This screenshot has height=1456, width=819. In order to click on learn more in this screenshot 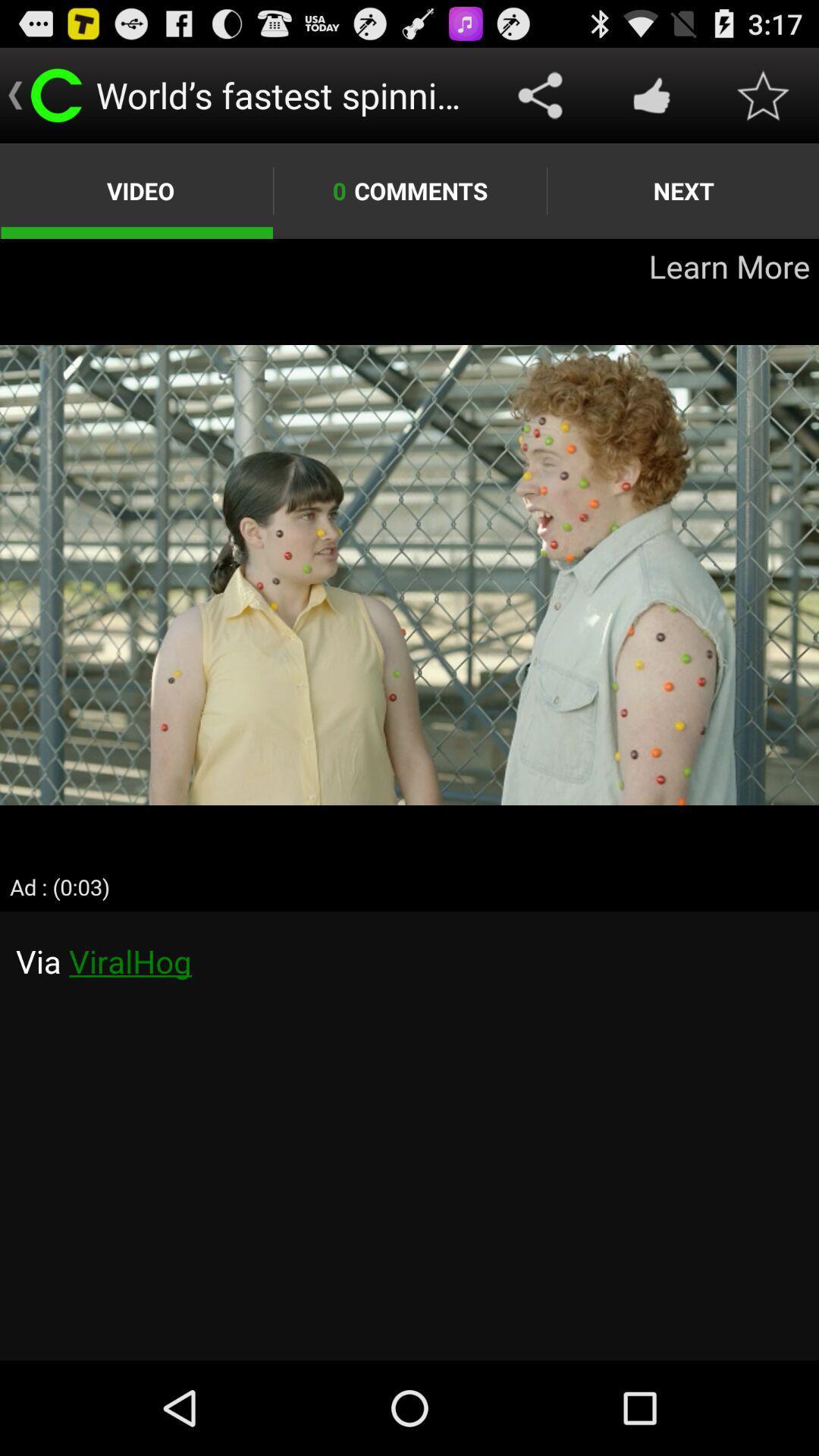, I will do `click(409, 574)`.